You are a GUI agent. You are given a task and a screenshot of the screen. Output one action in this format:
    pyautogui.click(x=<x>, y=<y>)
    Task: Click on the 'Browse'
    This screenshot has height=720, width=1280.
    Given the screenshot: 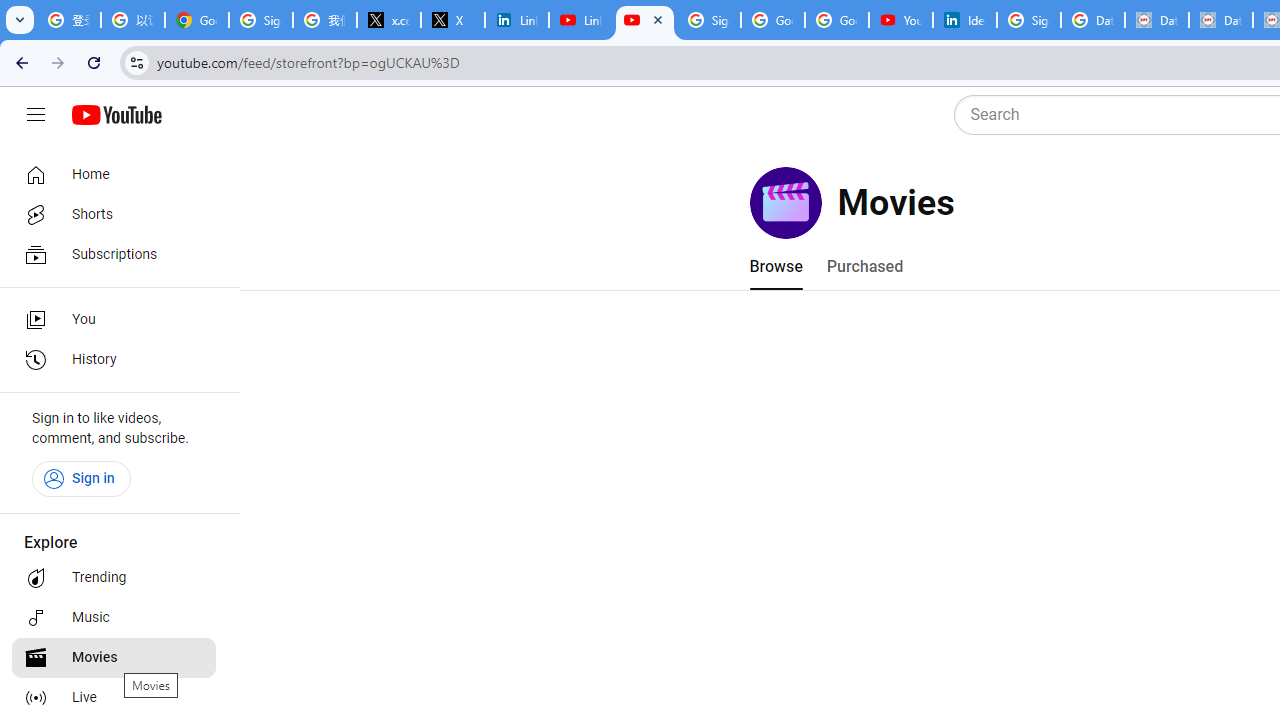 What is the action you would take?
    pyautogui.click(x=774, y=266)
    